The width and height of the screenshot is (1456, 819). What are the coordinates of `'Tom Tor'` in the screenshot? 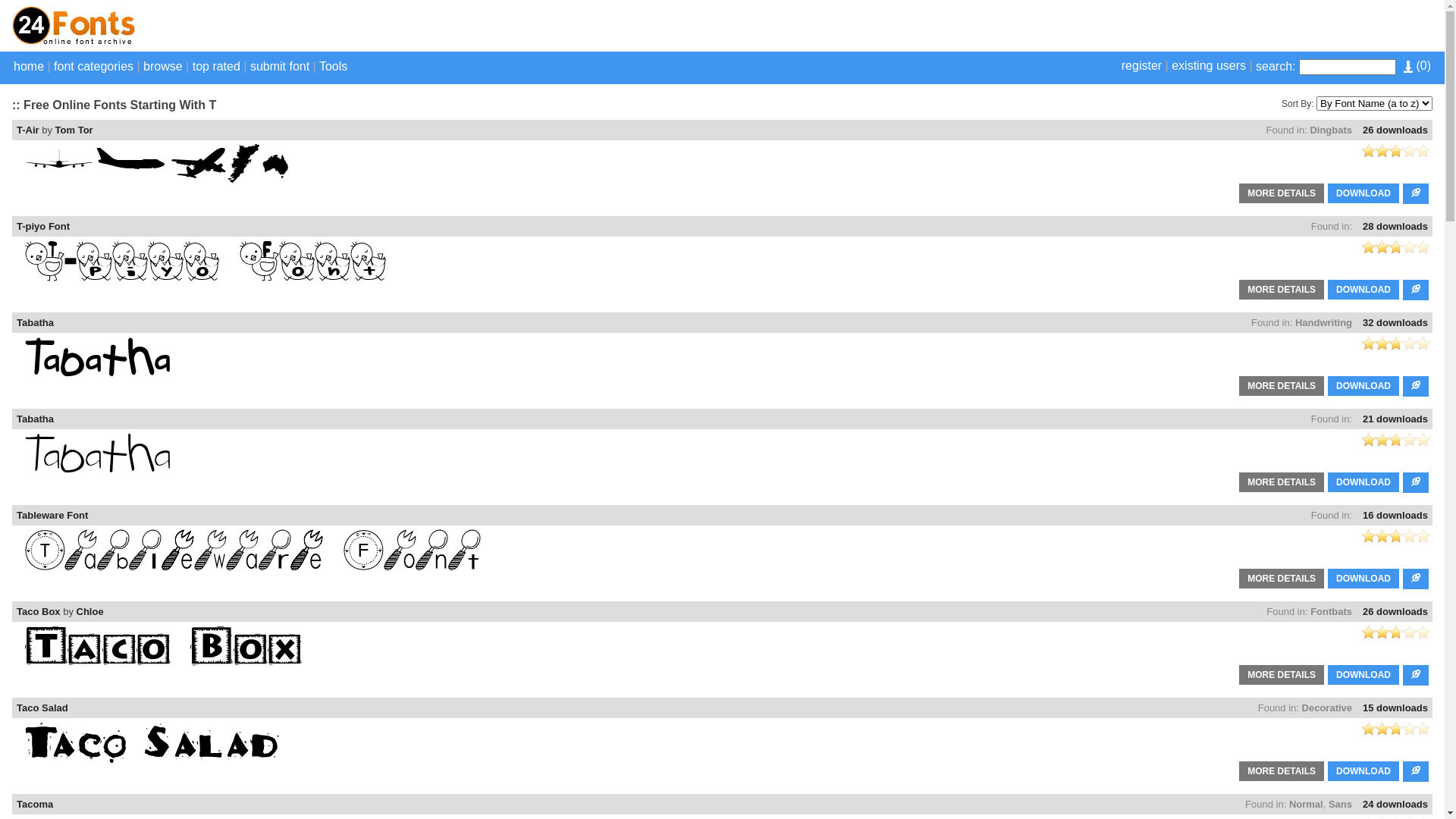 It's located at (73, 129).